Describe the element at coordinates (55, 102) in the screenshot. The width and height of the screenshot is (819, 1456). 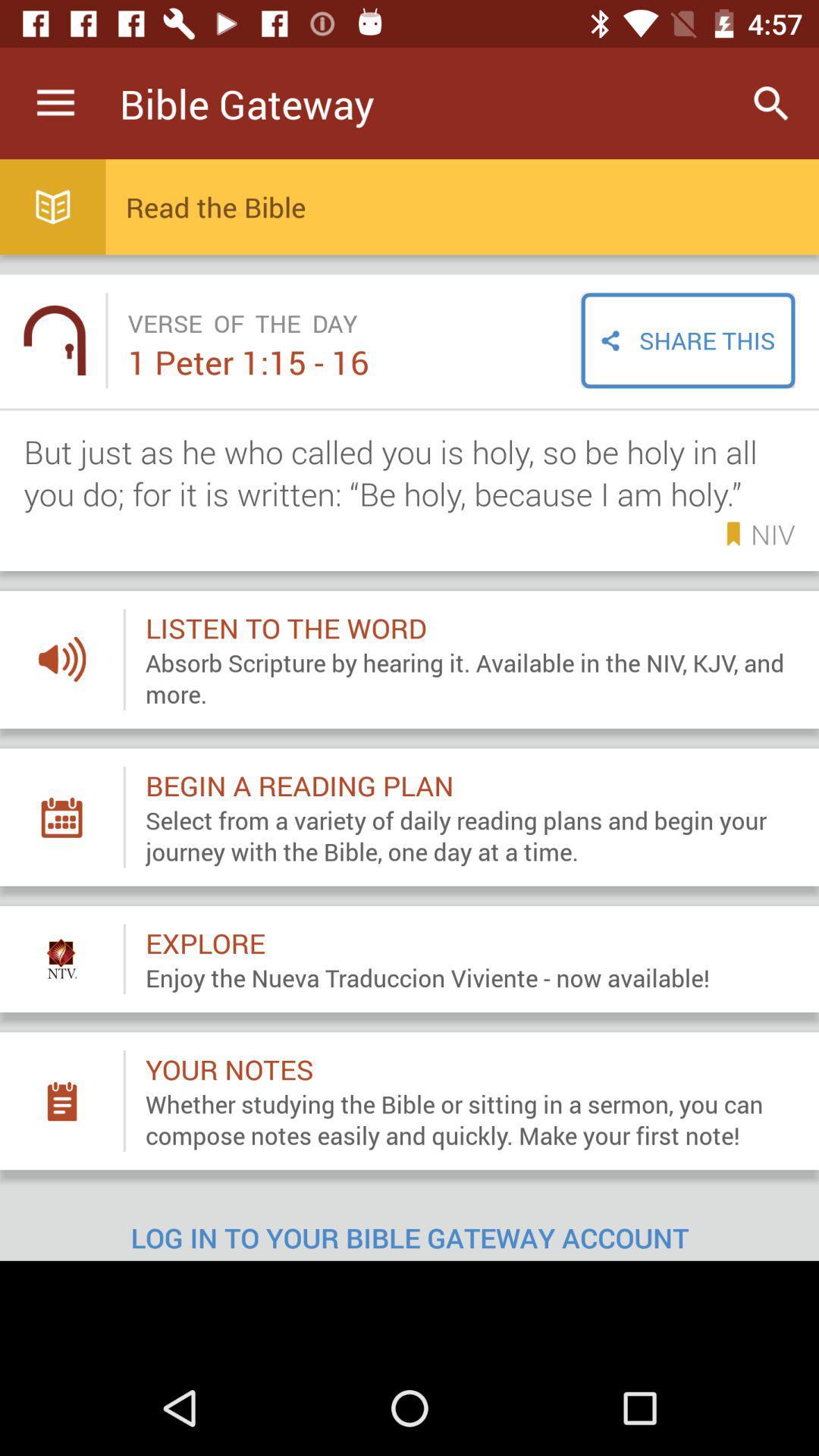
I see `the app to the left of the bible gateway icon` at that location.